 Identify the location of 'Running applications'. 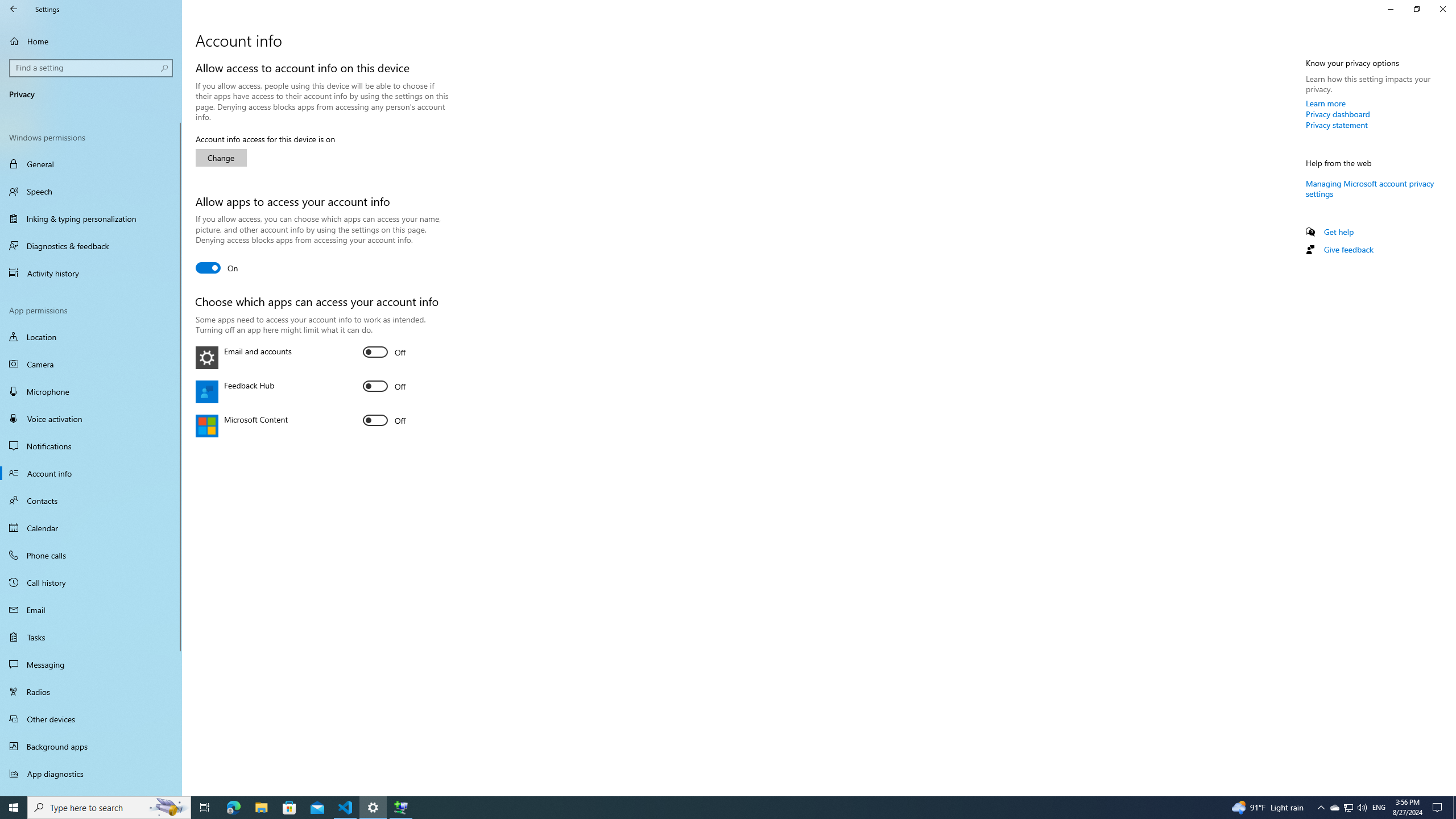
(706, 806).